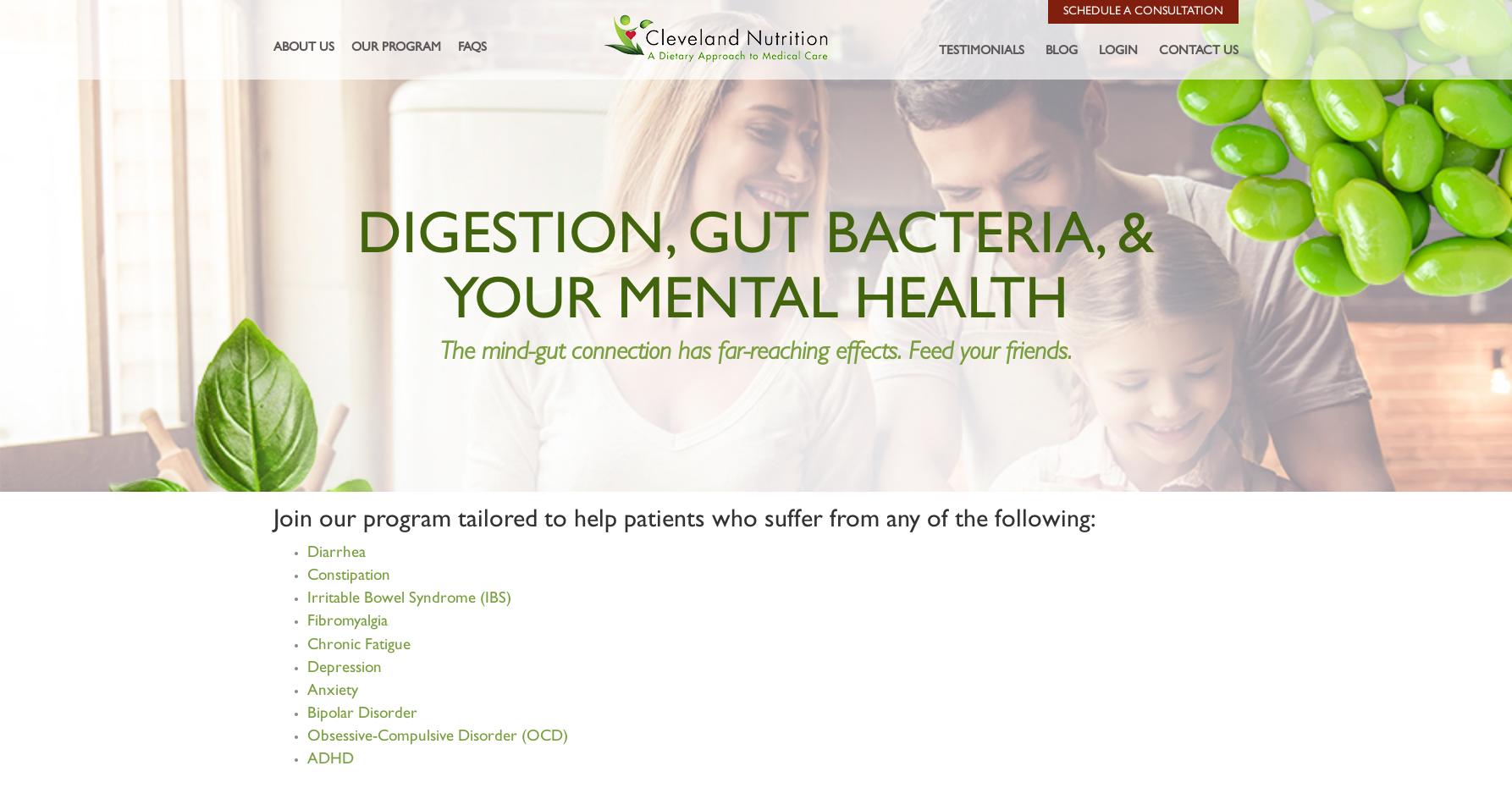  What do you see at coordinates (756, 350) in the screenshot?
I see `'The mind-gut connection has far-reaching effects. Feed your friends.'` at bounding box center [756, 350].